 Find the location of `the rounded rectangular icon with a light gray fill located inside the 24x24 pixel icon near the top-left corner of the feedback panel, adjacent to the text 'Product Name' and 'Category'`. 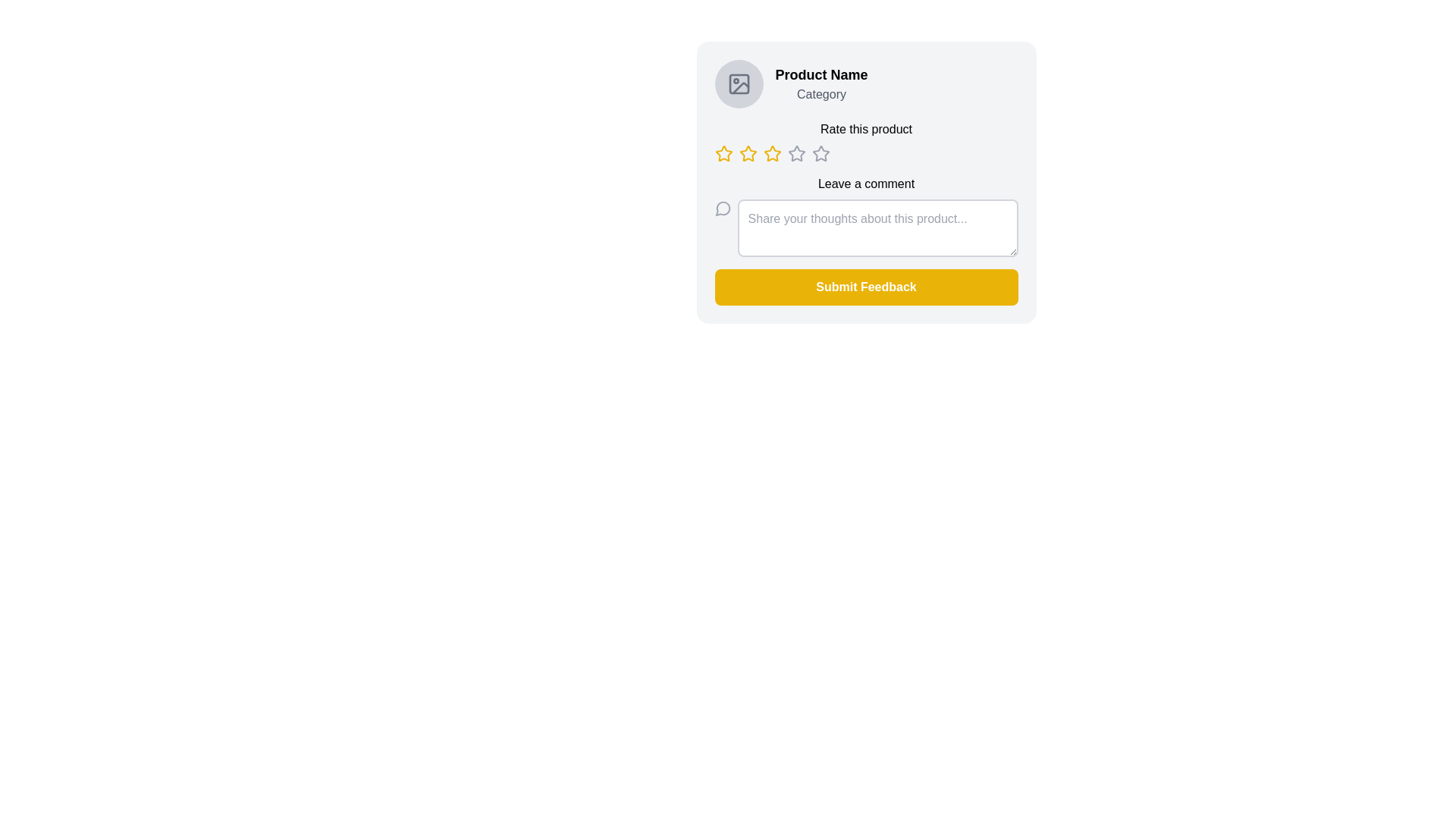

the rounded rectangular icon with a light gray fill located inside the 24x24 pixel icon near the top-left corner of the feedback panel, adjacent to the text 'Product Name' and 'Category' is located at coordinates (739, 84).